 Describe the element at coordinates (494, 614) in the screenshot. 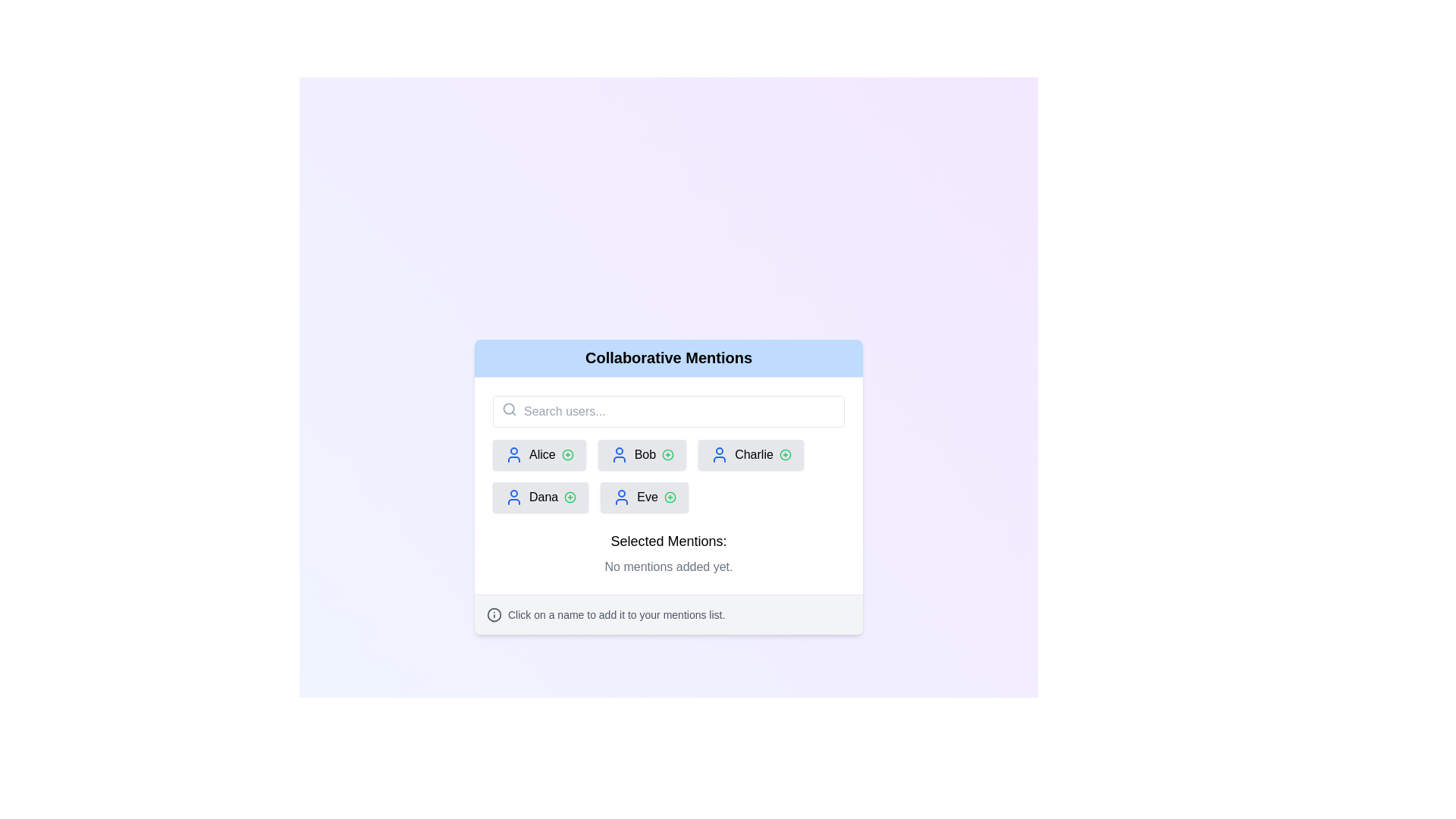

I see `the innermost circular part of the icon graphic located at the bottom left of the interface, which has a visible ring-like structure and thin stroke` at that location.